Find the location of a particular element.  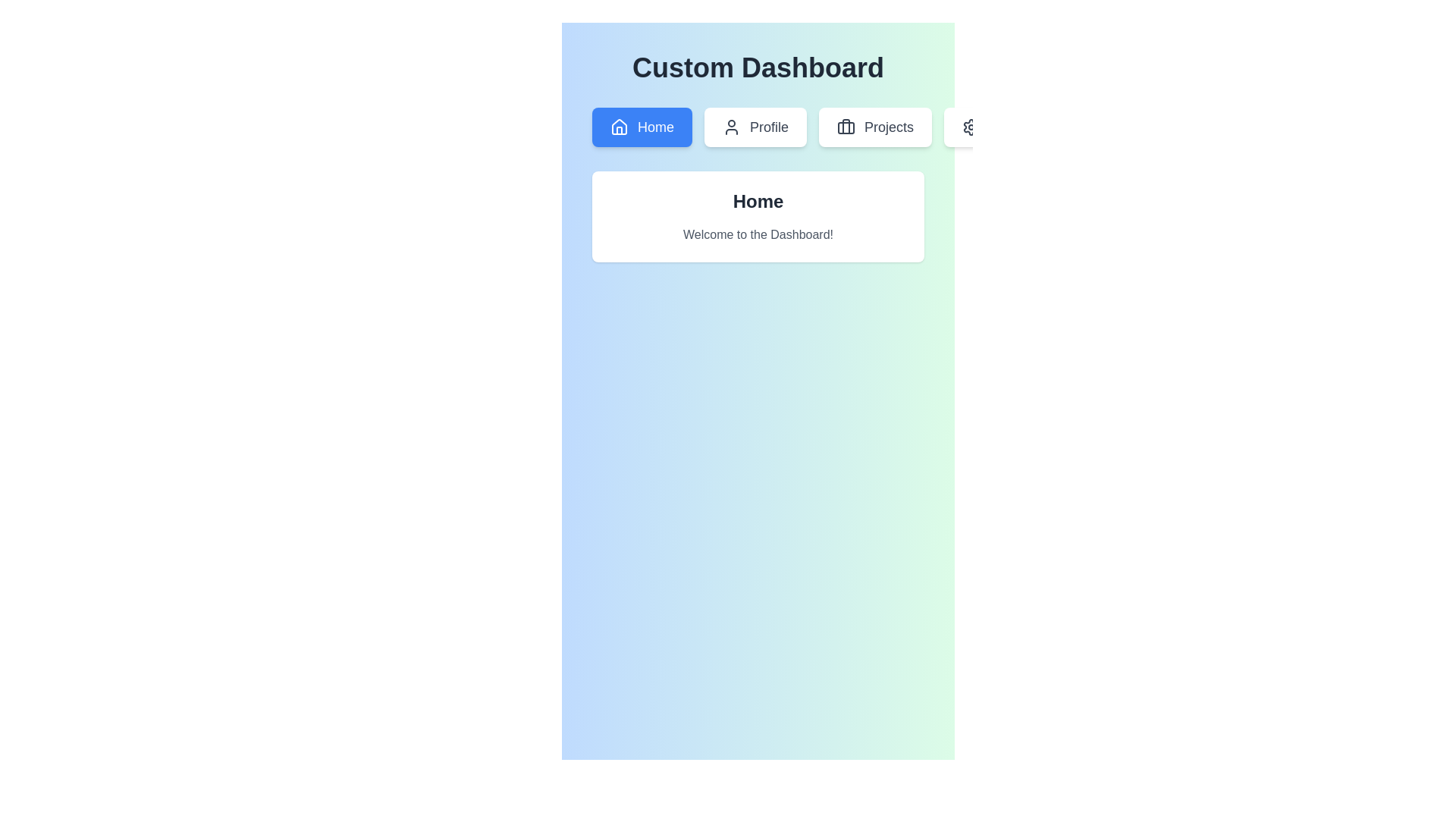

the 'Profile' icon located in the navigation bar is located at coordinates (731, 127).